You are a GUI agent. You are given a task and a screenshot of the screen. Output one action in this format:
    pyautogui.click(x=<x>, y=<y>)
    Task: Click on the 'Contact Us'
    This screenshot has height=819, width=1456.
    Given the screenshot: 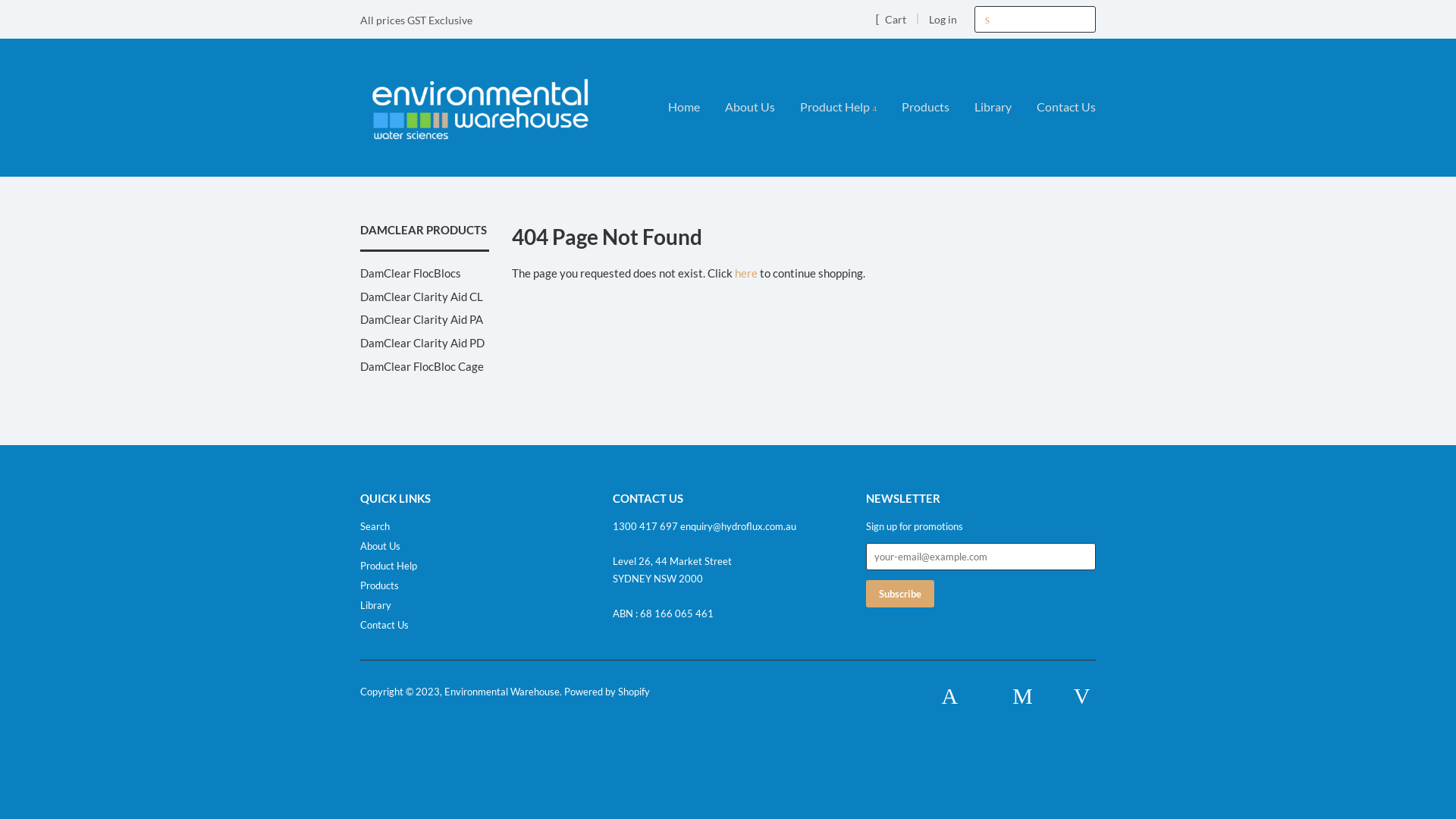 What is the action you would take?
    pyautogui.click(x=384, y=625)
    